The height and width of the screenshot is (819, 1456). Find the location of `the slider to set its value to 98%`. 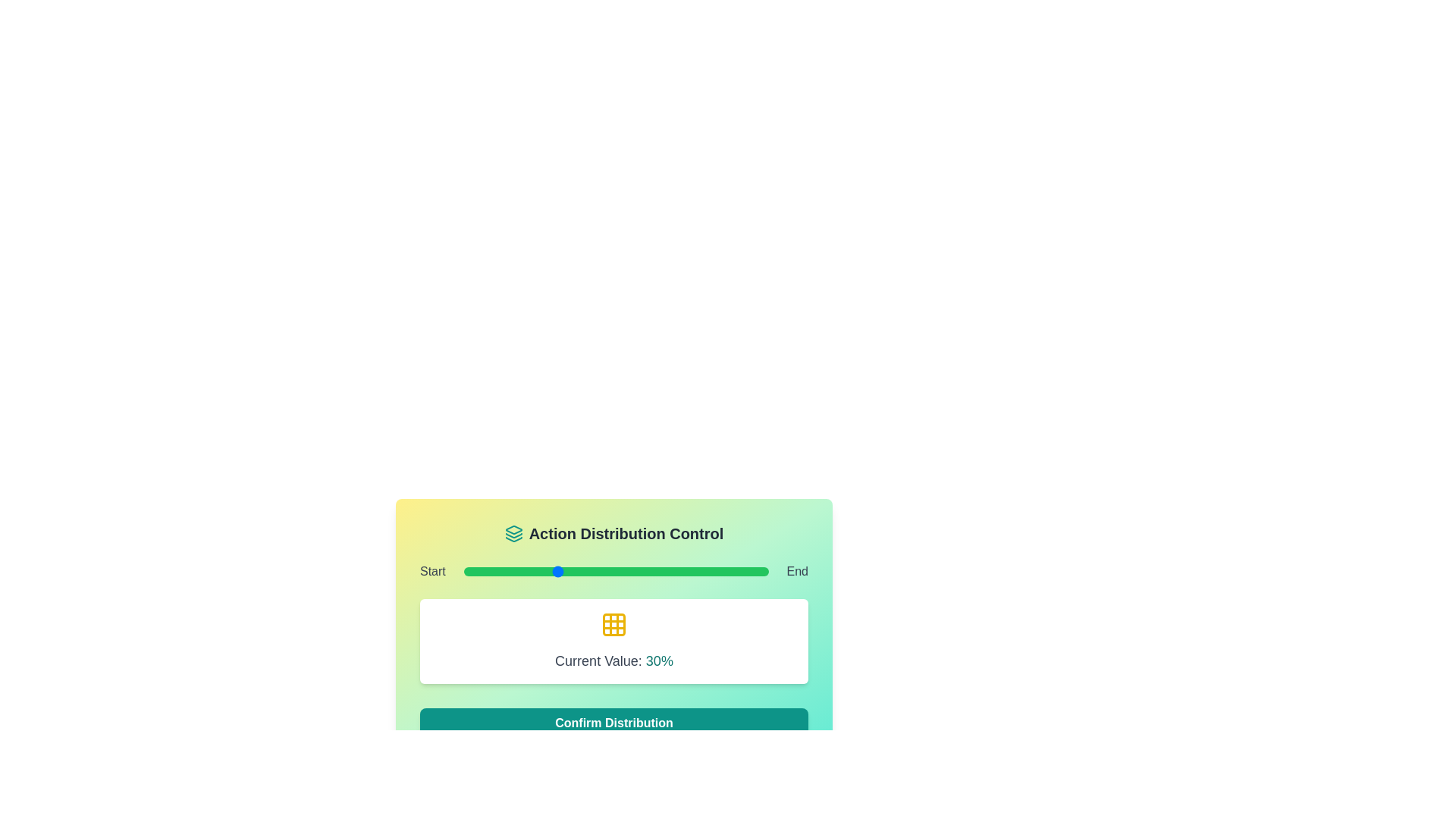

the slider to set its value to 98% is located at coordinates (762, 571).